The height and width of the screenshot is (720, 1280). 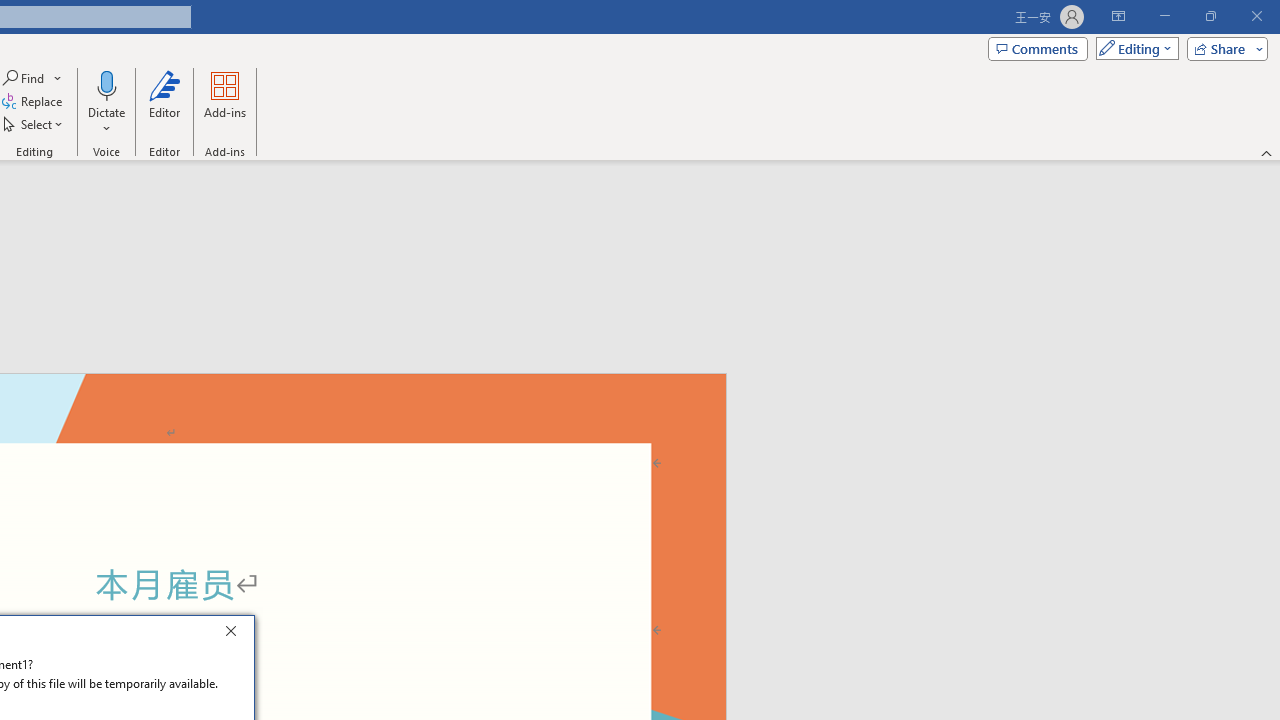 I want to click on 'More Options', so click(x=105, y=121).